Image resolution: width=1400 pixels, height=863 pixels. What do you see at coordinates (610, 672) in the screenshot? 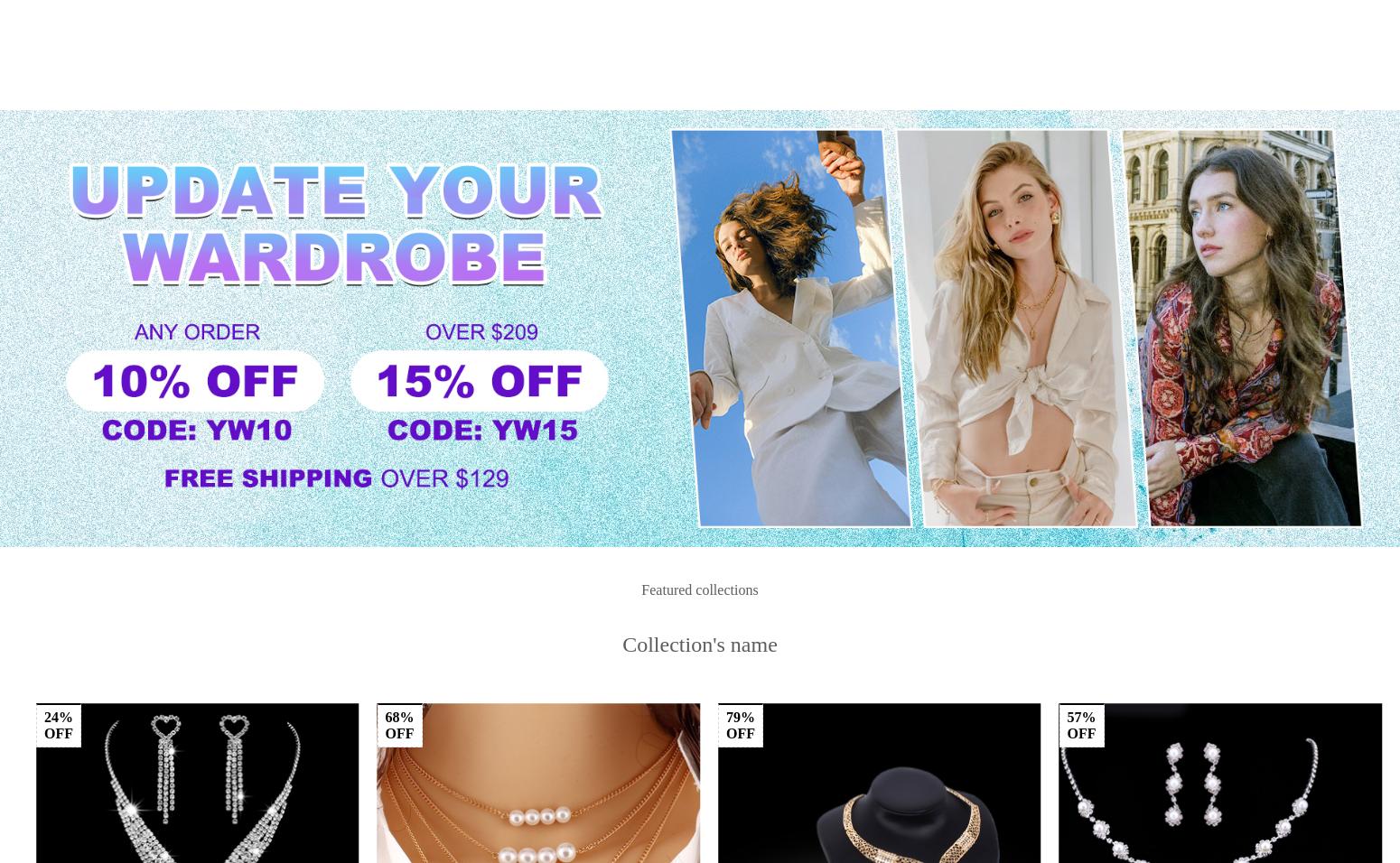
I see `'Ericdress Sequins Sleeveless V-Neck Floor-Length Cocktail Dress 2020'` at bounding box center [610, 672].